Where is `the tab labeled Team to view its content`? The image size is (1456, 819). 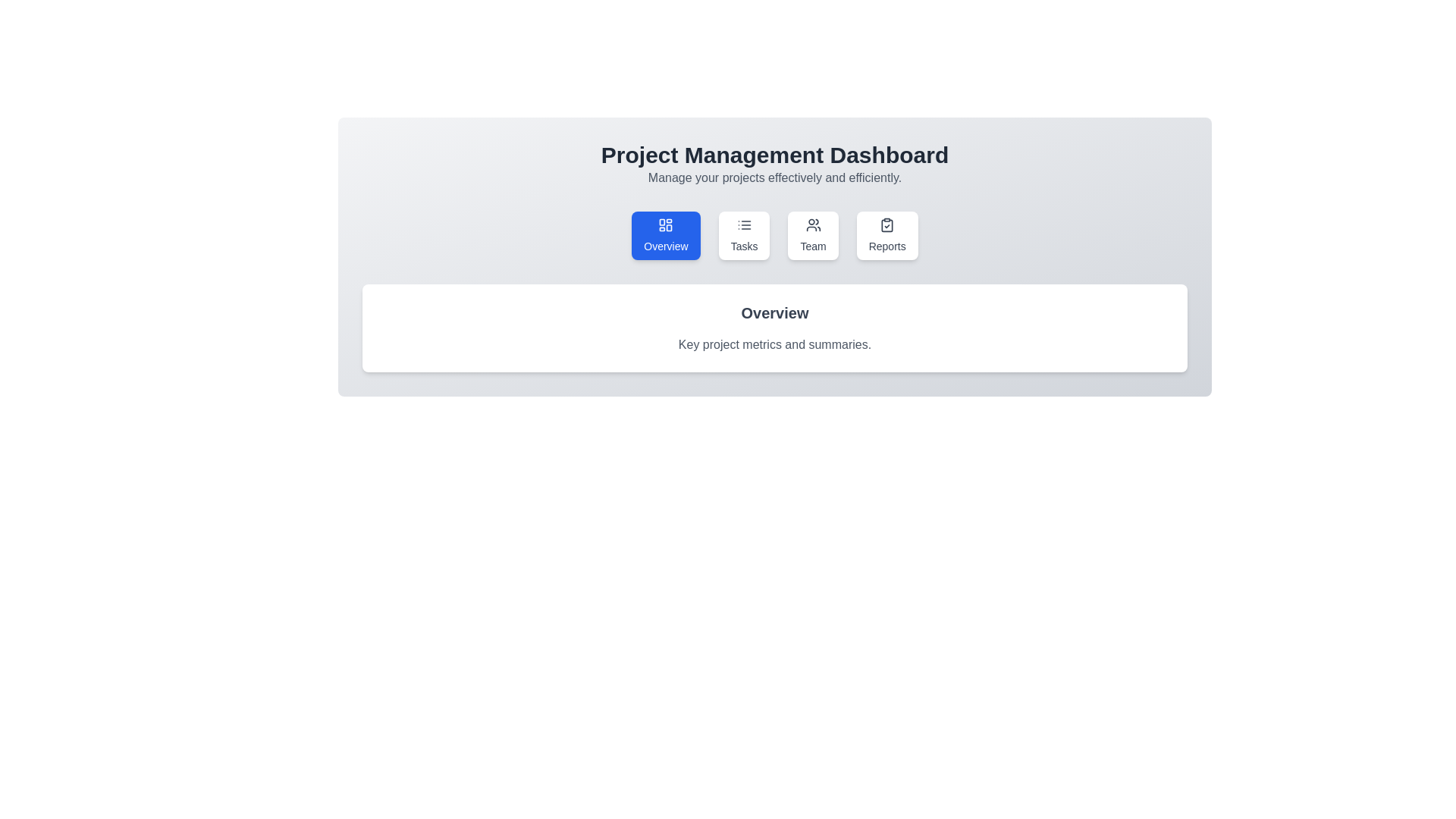 the tab labeled Team to view its content is located at coordinates (812, 236).